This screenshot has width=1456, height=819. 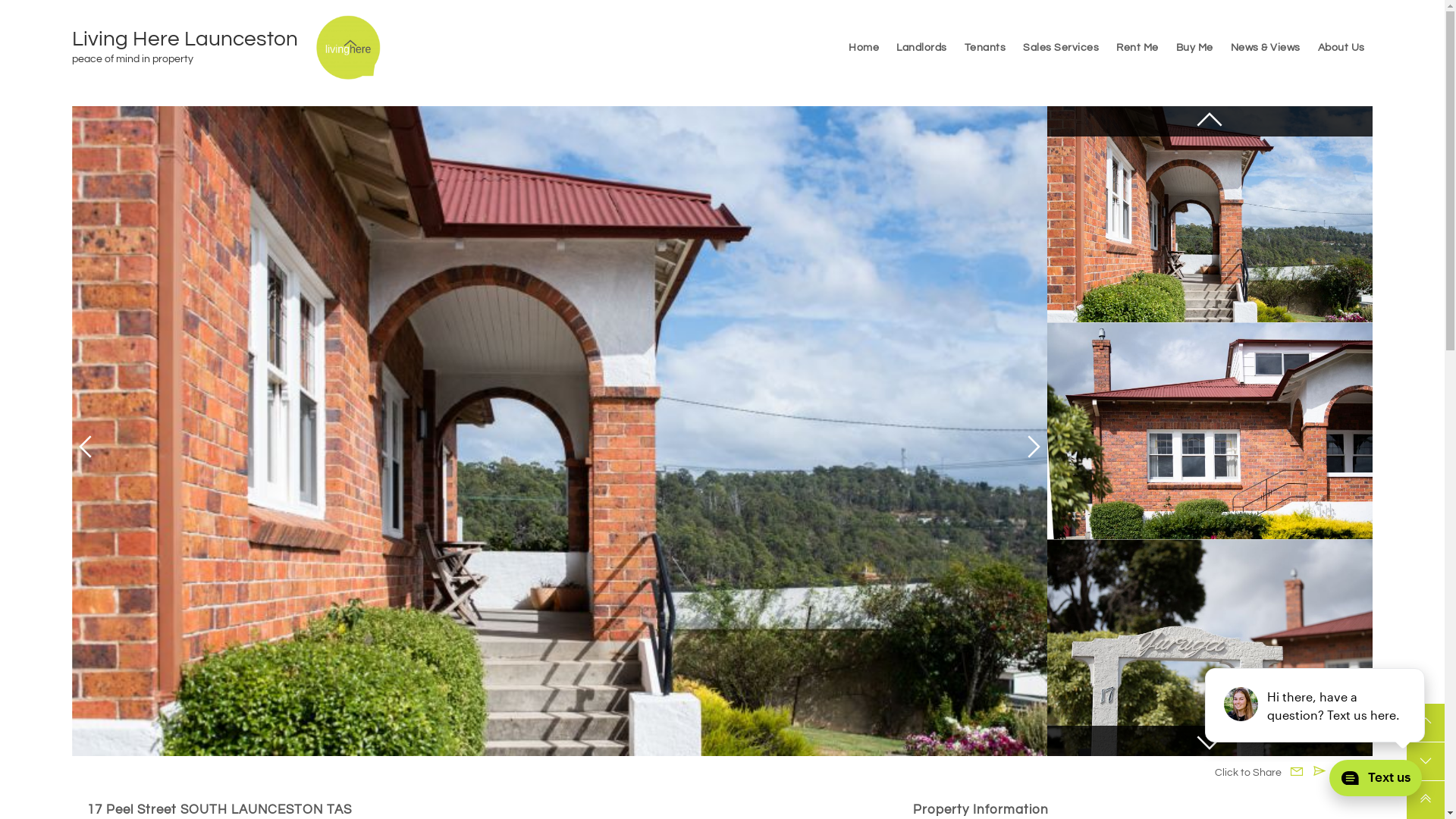 What do you see at coordinates (1318, 771) in the screenshot?
I see `'Email to Friend'` at bounding box center [1318, 771].